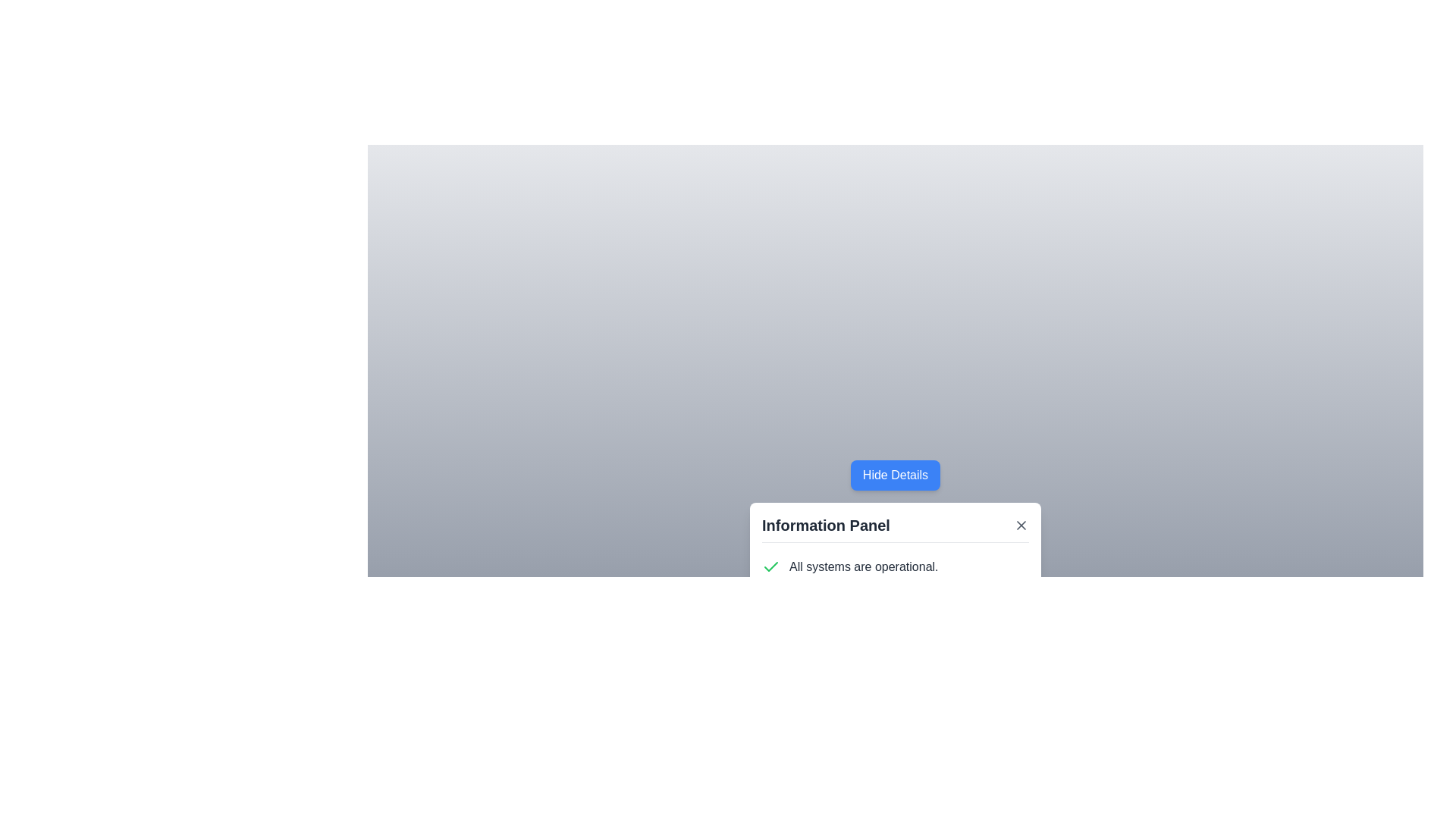  Describe the element at coordinates (895, 566) in the screenshot. I see `the Status message element containing a green checkmark icon and the text 'All systems are operational.' located in the Information Panel of the white bordered card modal` at that location.